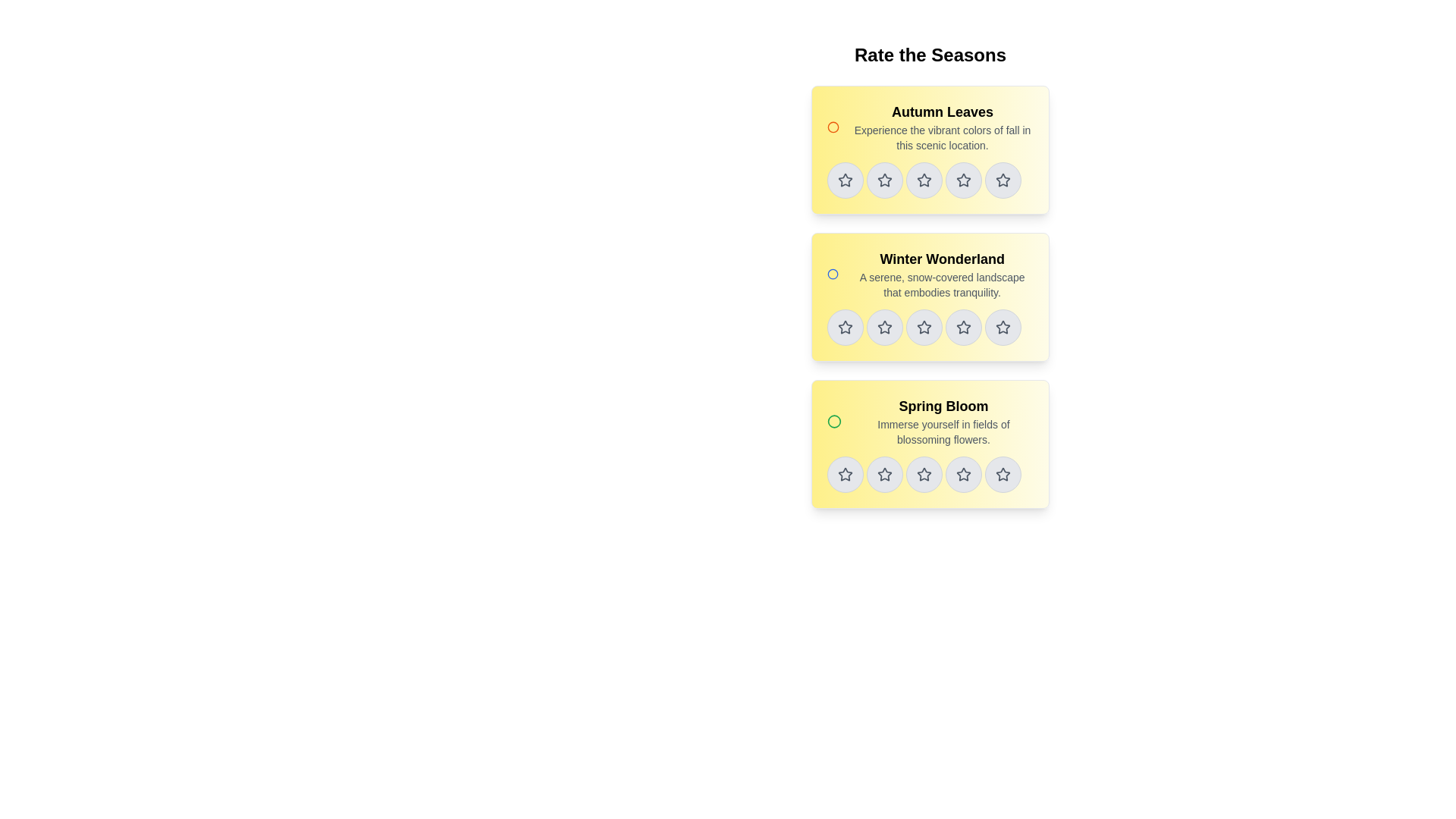 Image resolution: width=1456 pixels, height=819 pixels. I want to click on the third star-shaped rating icon, so click(963, 179).